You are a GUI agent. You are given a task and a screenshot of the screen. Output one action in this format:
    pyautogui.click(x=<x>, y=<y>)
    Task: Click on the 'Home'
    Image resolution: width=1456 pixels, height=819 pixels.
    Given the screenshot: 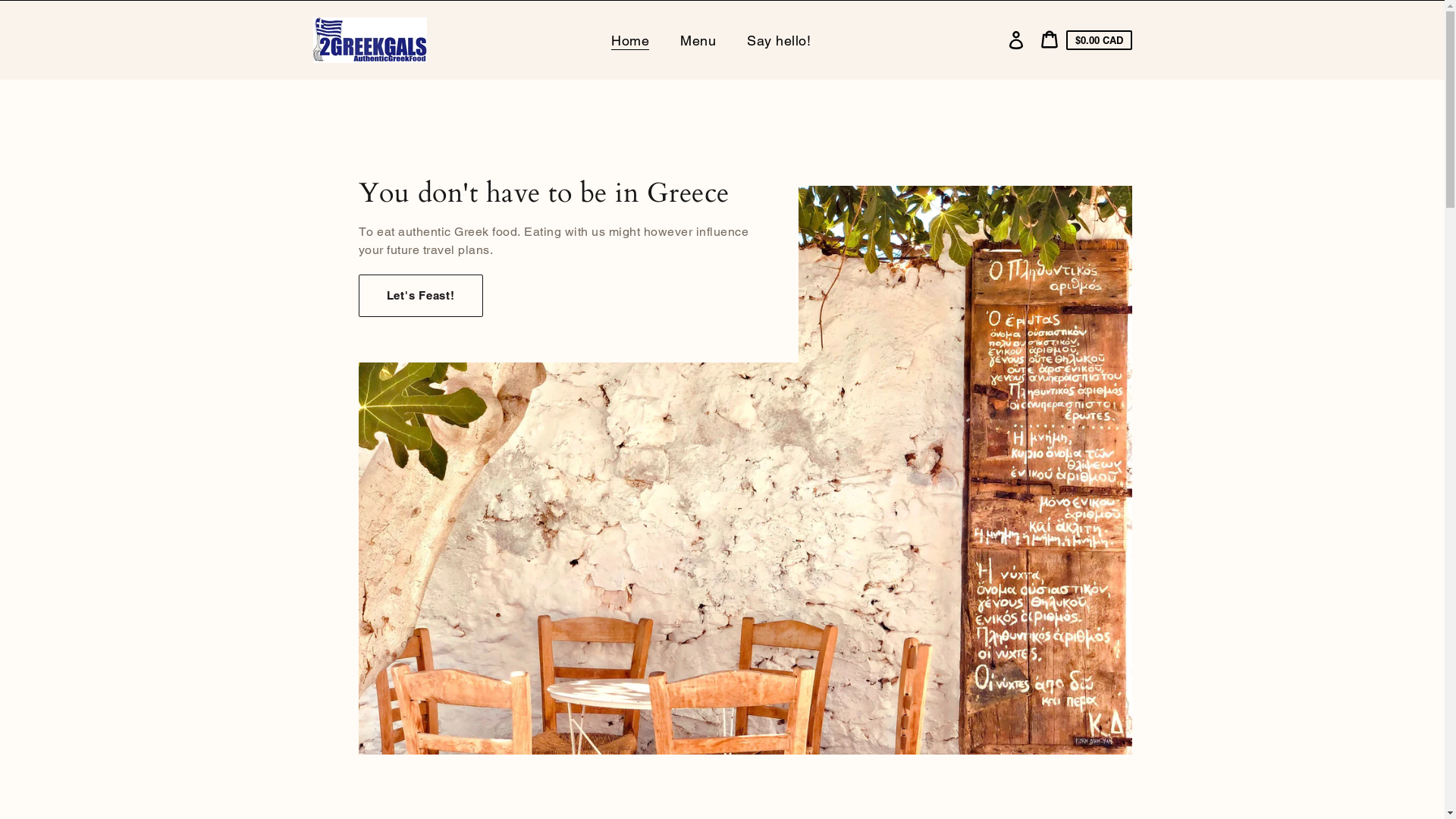 What is the action you would take?
    pyautogui.click(x=596, y=39)
    